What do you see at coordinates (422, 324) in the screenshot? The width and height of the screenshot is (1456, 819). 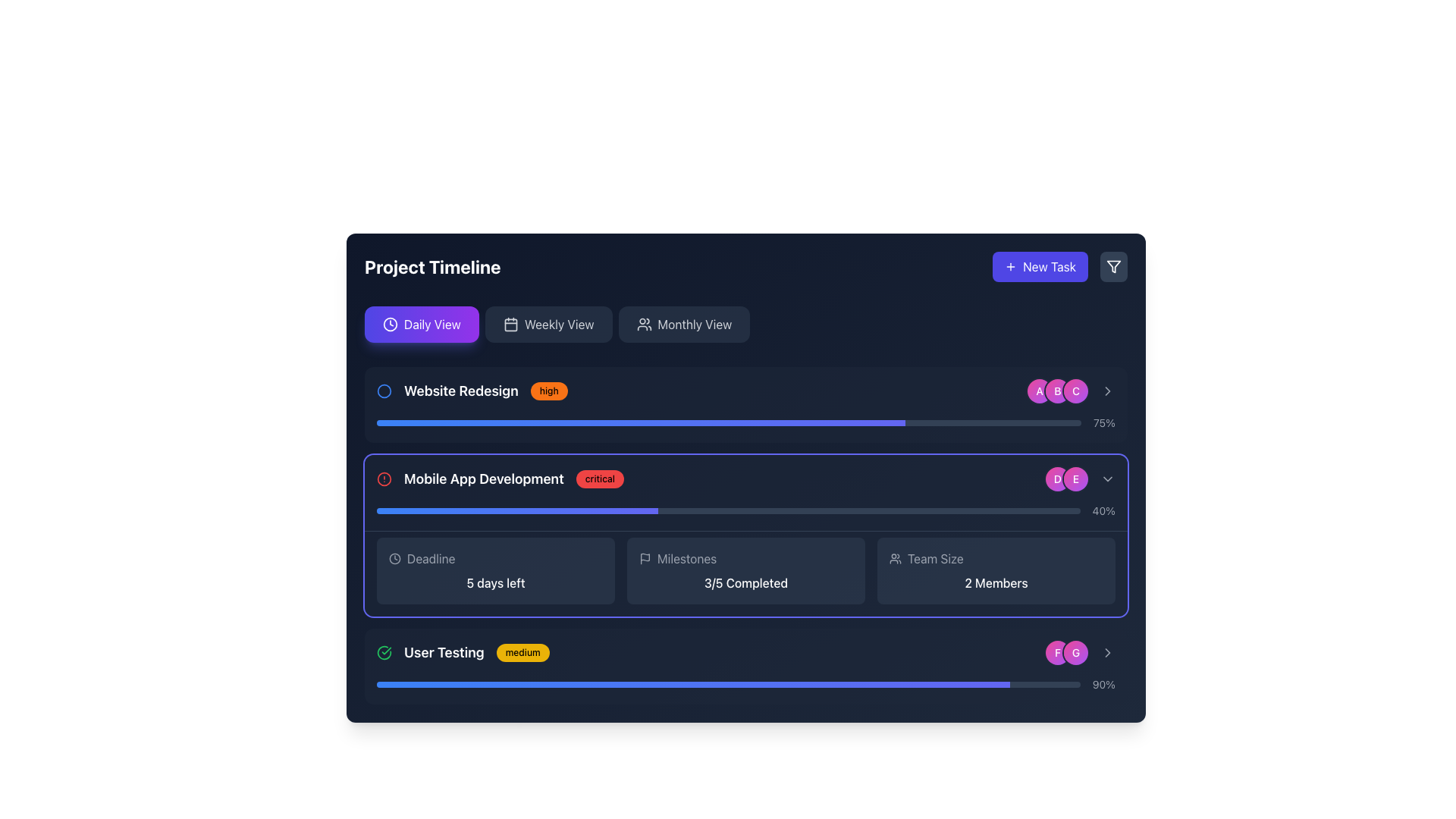 I see `the button with a gradient background transitioning from indigo to purple shades, which features white text and a clock icon` at bounding box center [422, 324].